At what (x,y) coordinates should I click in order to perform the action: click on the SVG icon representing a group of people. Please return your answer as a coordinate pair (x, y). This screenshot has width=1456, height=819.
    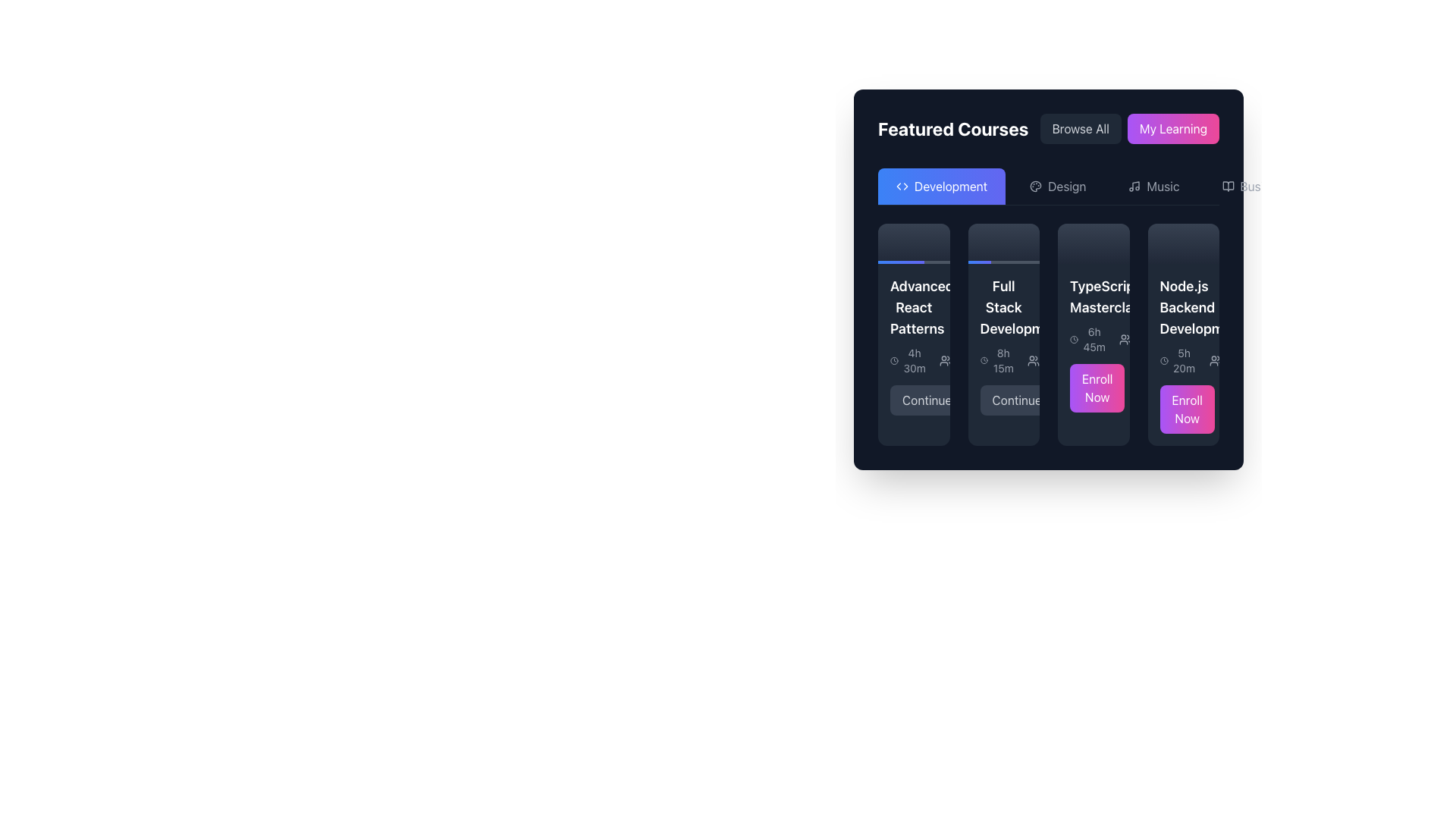
    Looking at the image, I should click on (1215, 361).